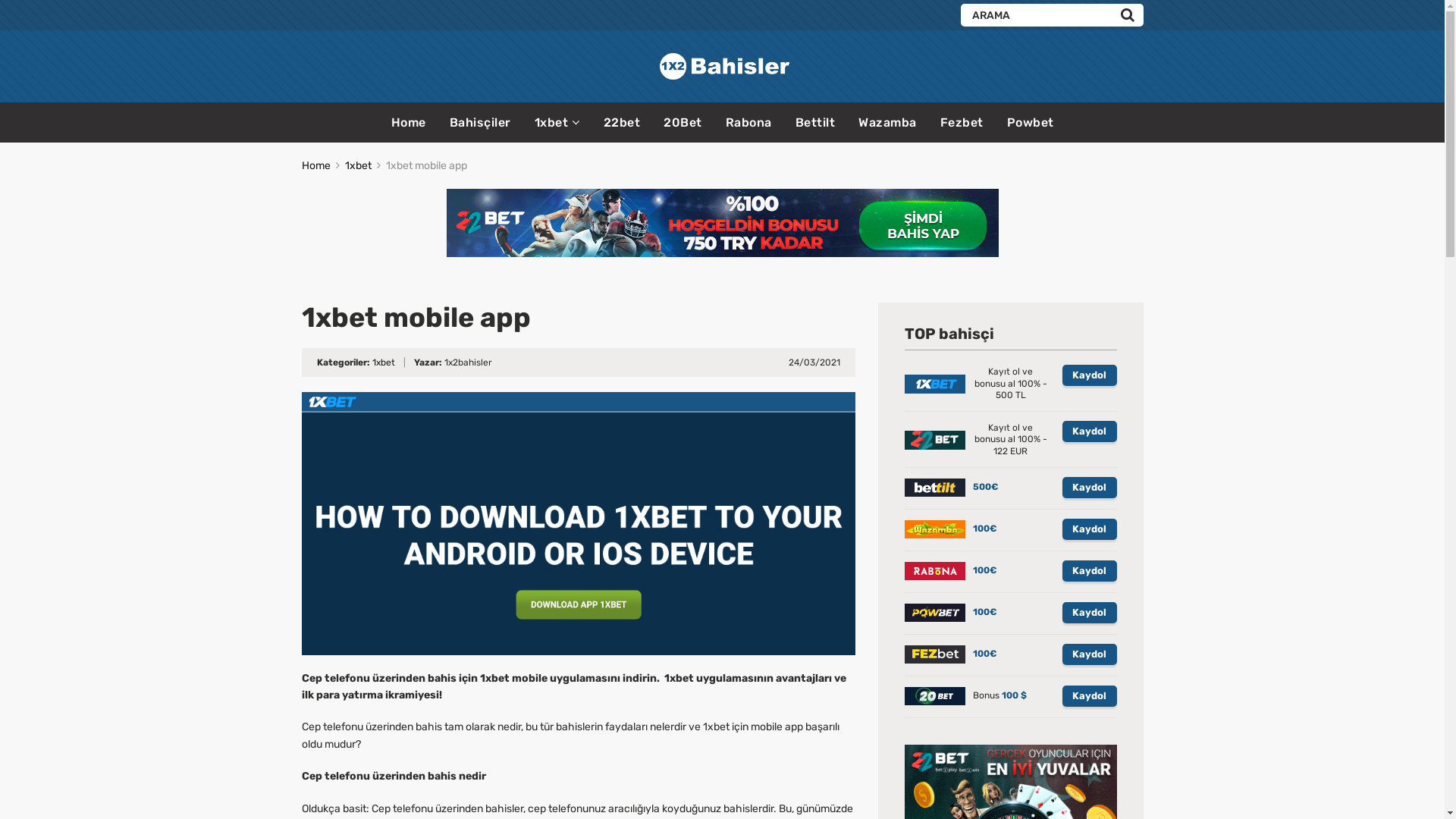  What do you see at coordinates (1087, 570) in the screenshot?
I see `'Kaydol'` at bounding box center [1087, 570].